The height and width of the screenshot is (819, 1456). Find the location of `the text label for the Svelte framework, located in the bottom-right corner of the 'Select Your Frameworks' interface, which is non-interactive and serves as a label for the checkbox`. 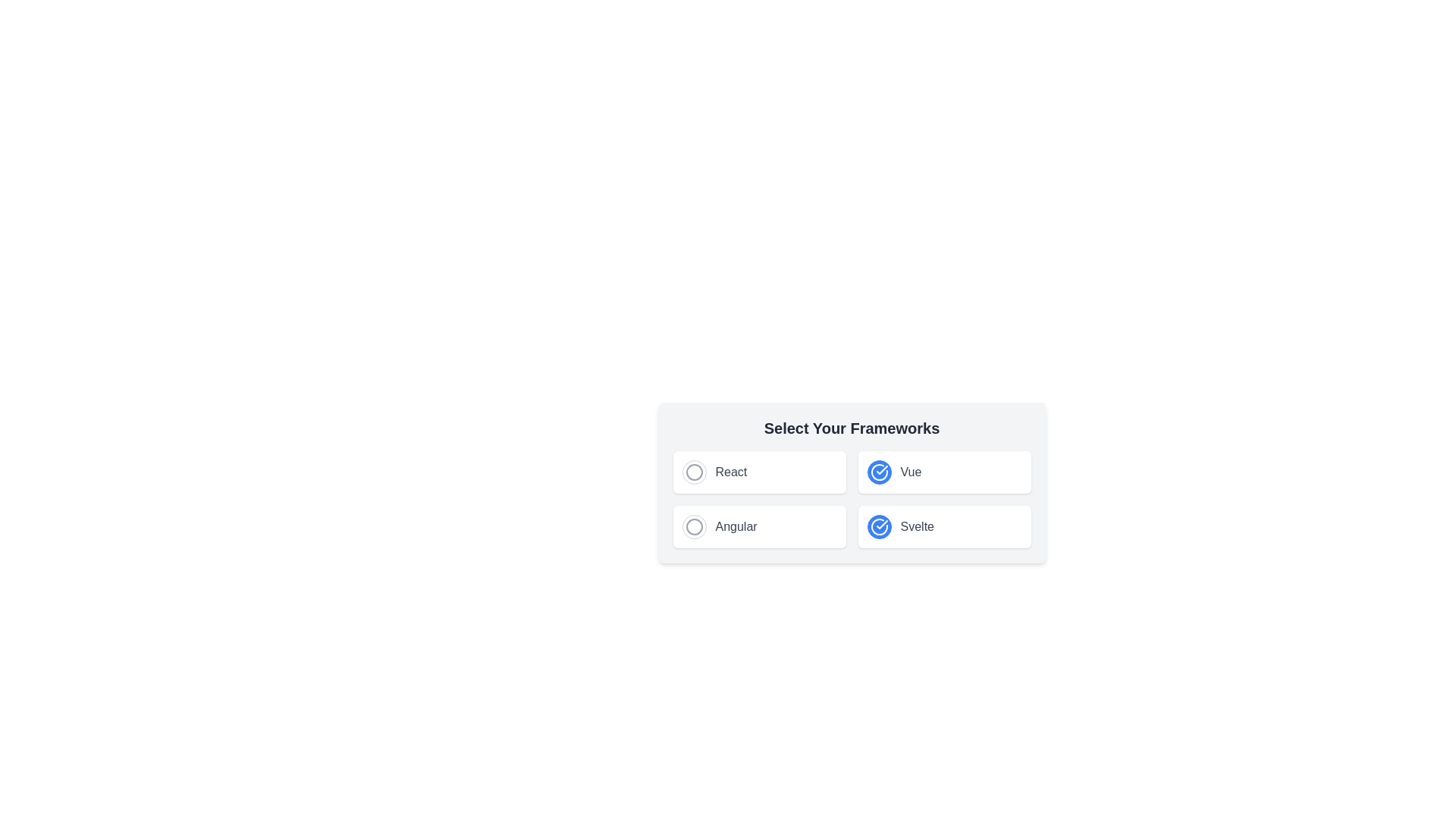

the text label for the Svelte framework, located in the bottom-right corner of the 'Select Your Frameworks' interface, which is non-interactive and serves as a label for the checkbox is located at coordinates (916, 526).